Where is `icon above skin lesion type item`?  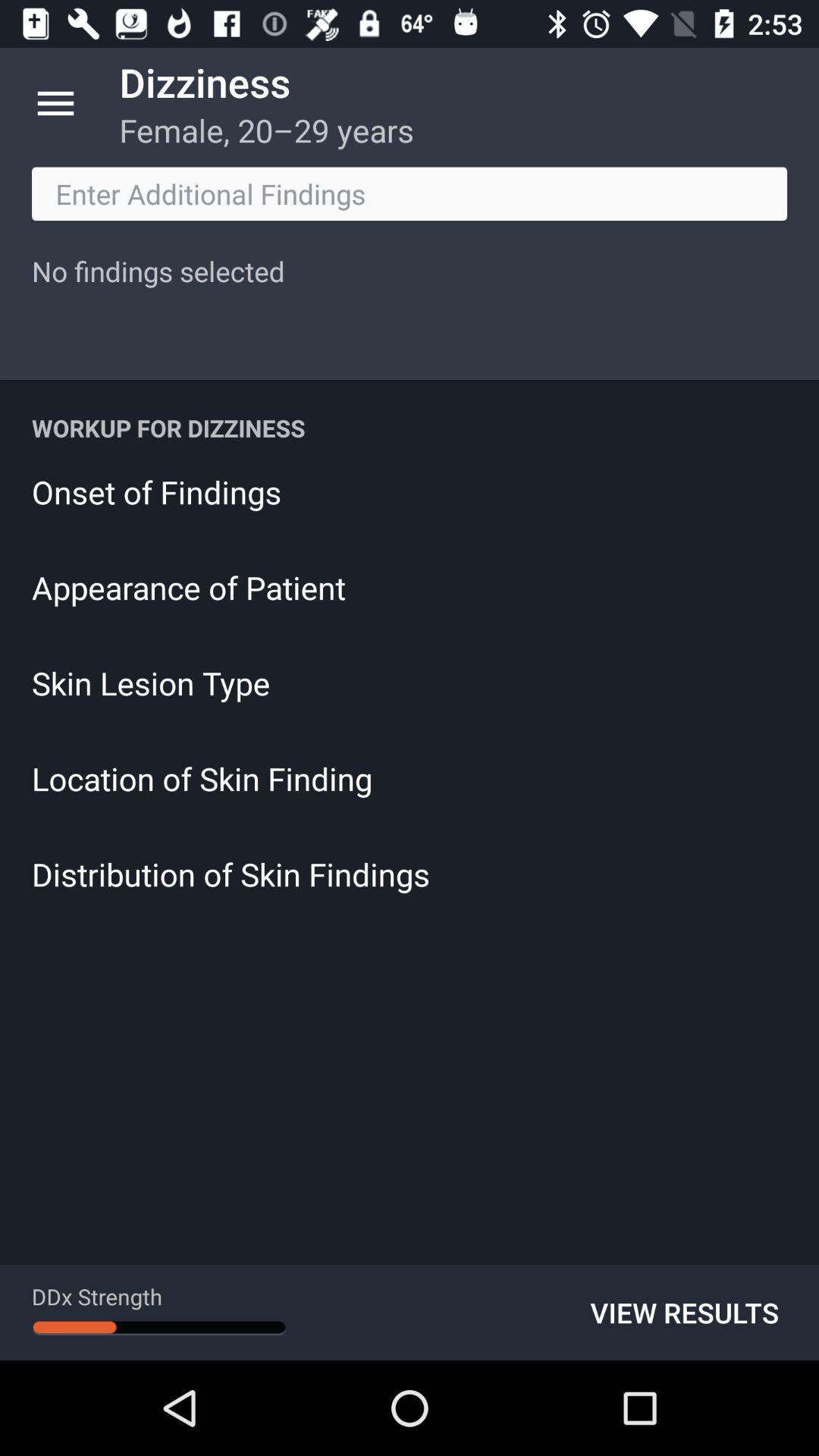 icon above skin lesion type item is located at coordinates (409, 586).